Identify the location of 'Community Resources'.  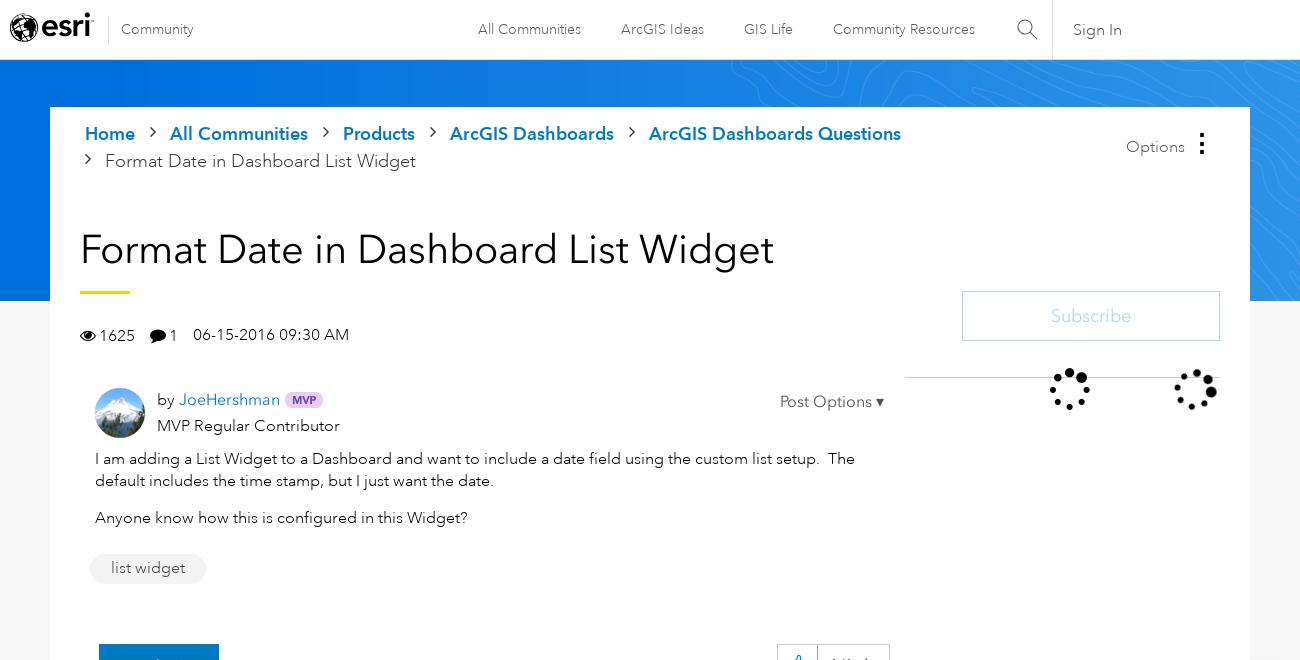
(901, 28).